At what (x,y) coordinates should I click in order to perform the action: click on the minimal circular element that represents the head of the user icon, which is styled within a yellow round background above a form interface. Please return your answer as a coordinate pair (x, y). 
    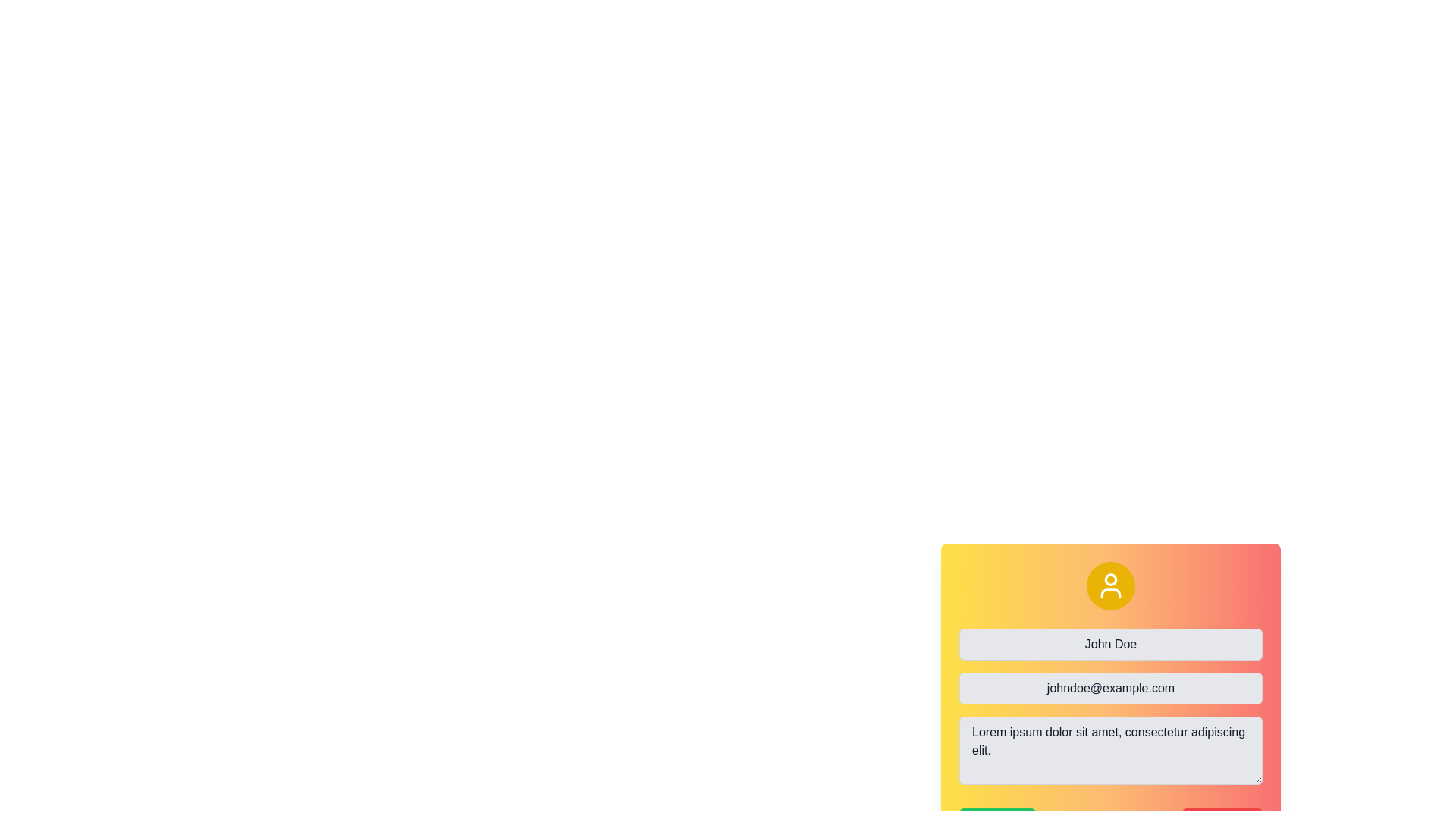
    Looking at the image, I should click on (1110, 579).